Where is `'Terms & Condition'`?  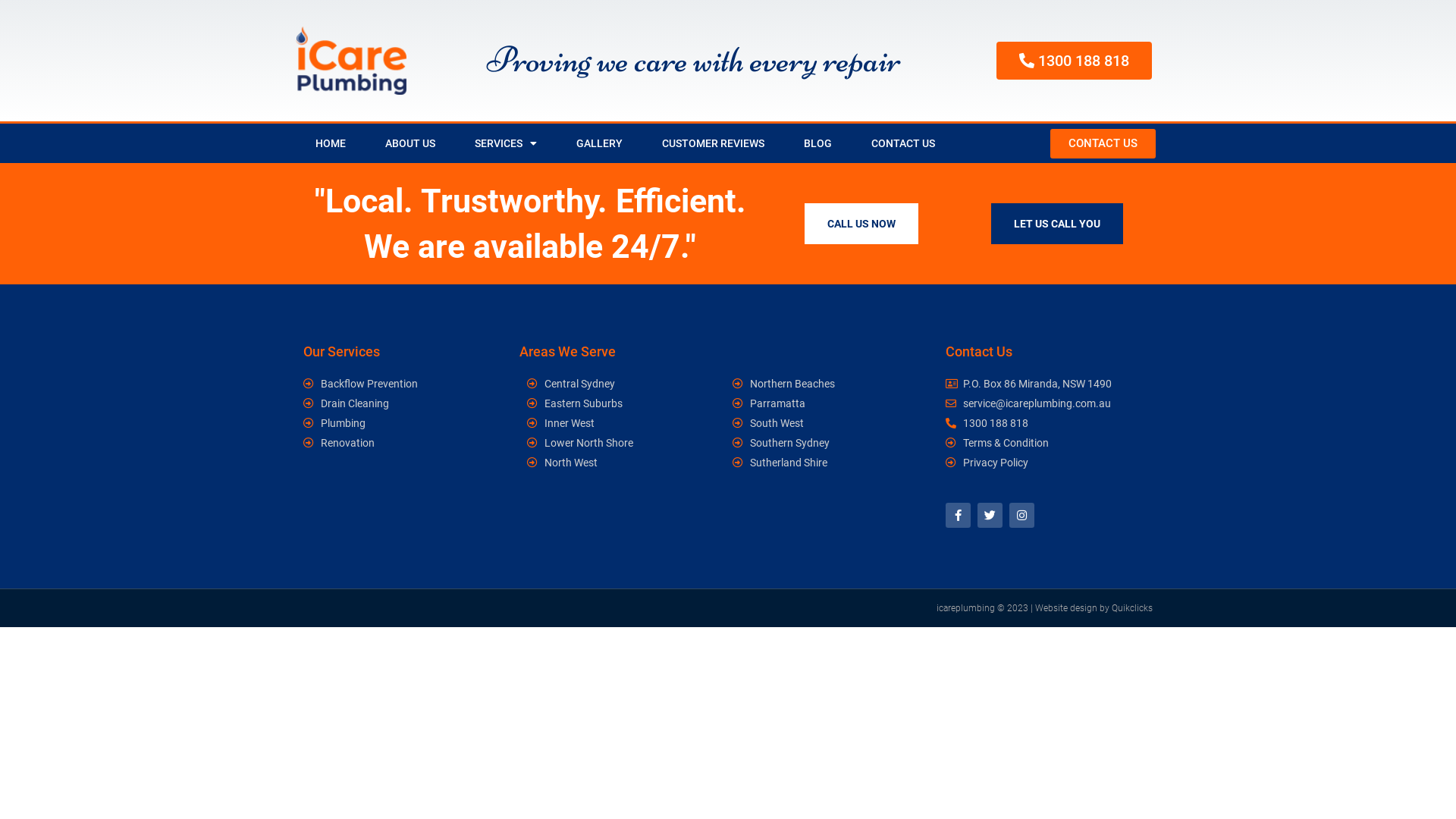 'Terms & Condition' is located at coordinates (1045, 442).